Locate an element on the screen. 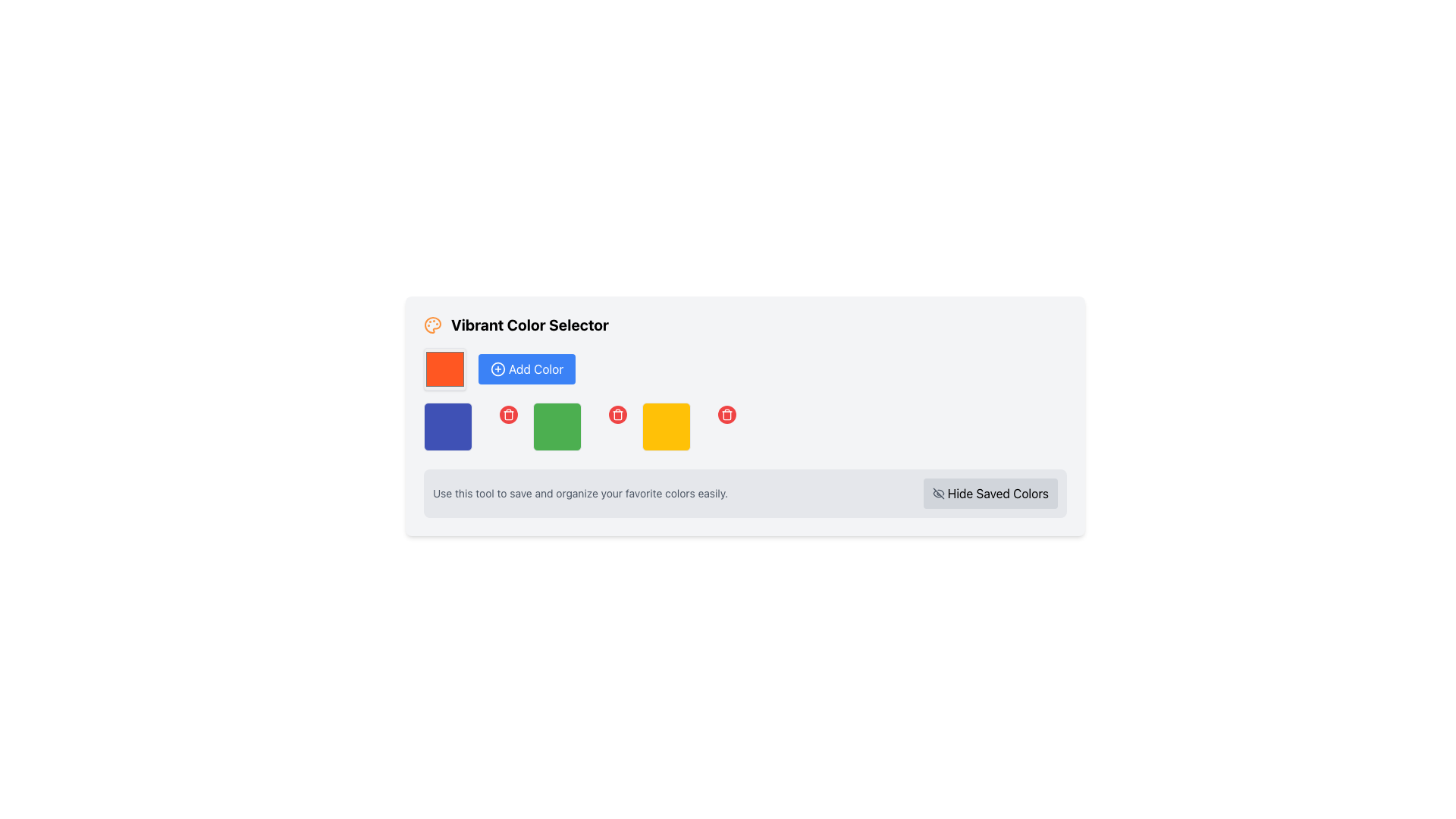  the green colored block swatch, which is the third in a row of color swatches, to remove it is located at coordinates (556, 427).